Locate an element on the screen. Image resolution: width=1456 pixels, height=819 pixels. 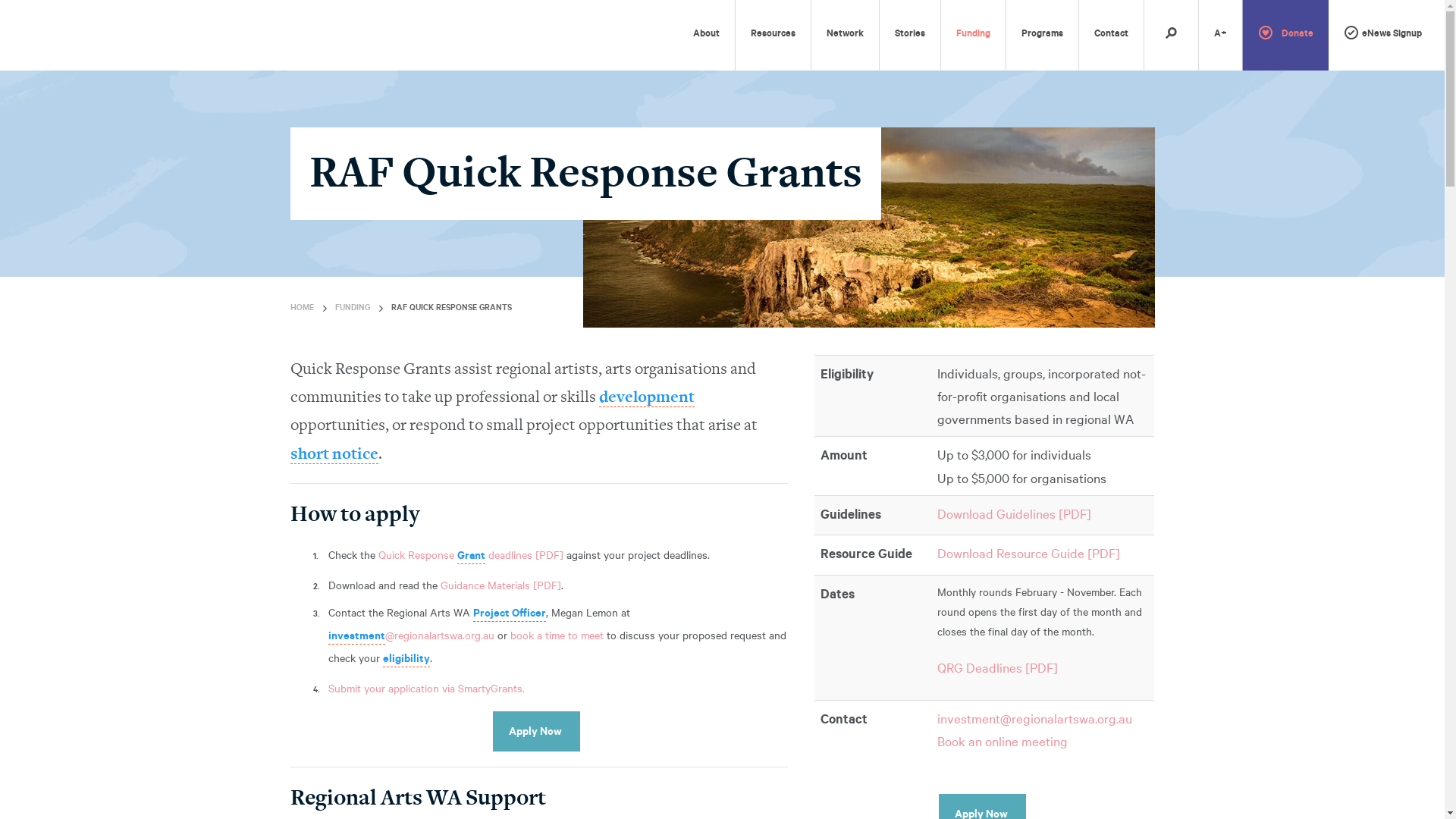
'Download Guidelines [PDF]' is located at coordinates (1014, 512).